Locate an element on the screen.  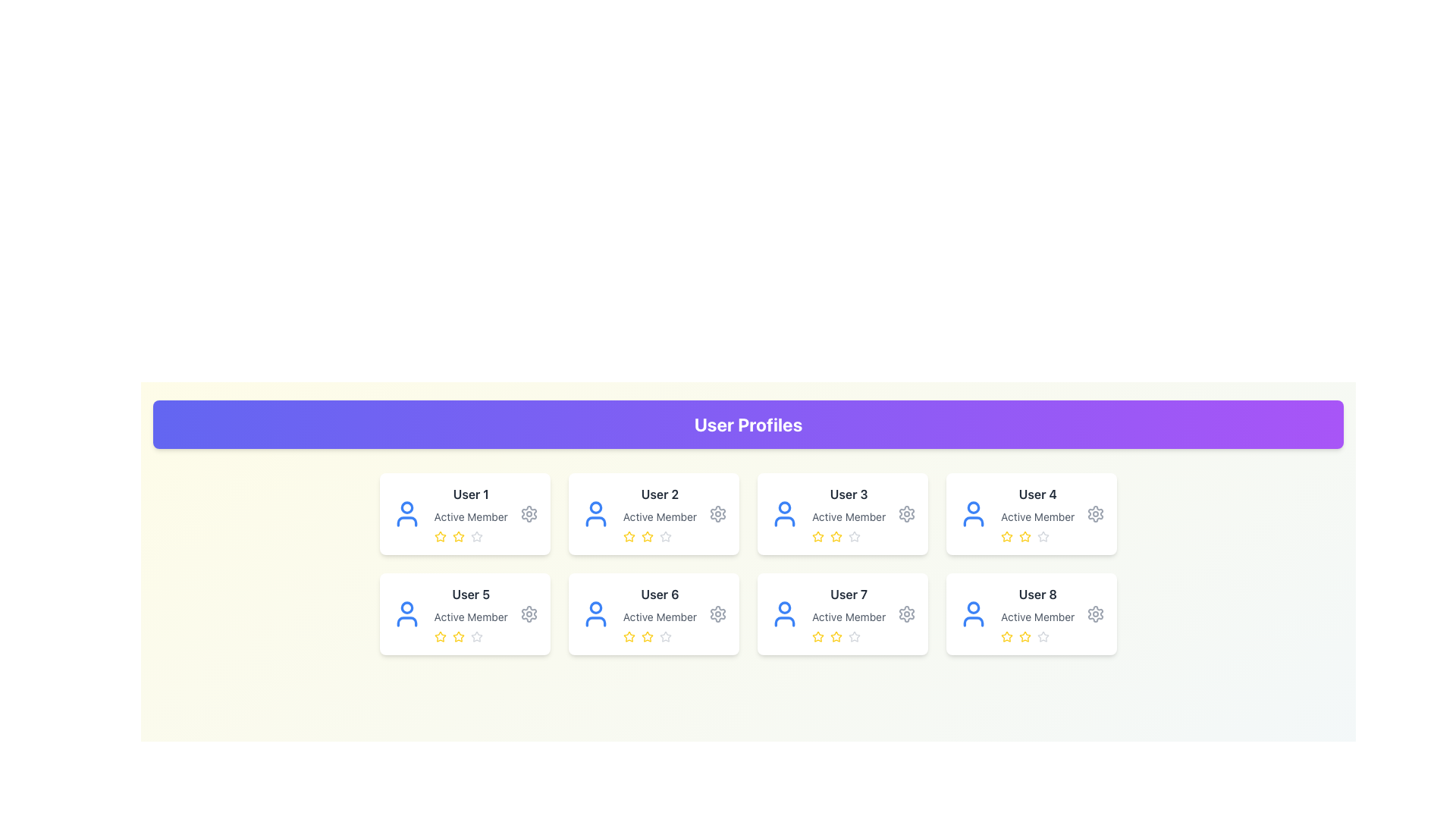
the first star in the rating feature for 'User 5' located underneath the 'User 5 Active Member' card in the bottom-left section of the 'User Profiles' grid layout to rate it is located at coordinates (439, 636).